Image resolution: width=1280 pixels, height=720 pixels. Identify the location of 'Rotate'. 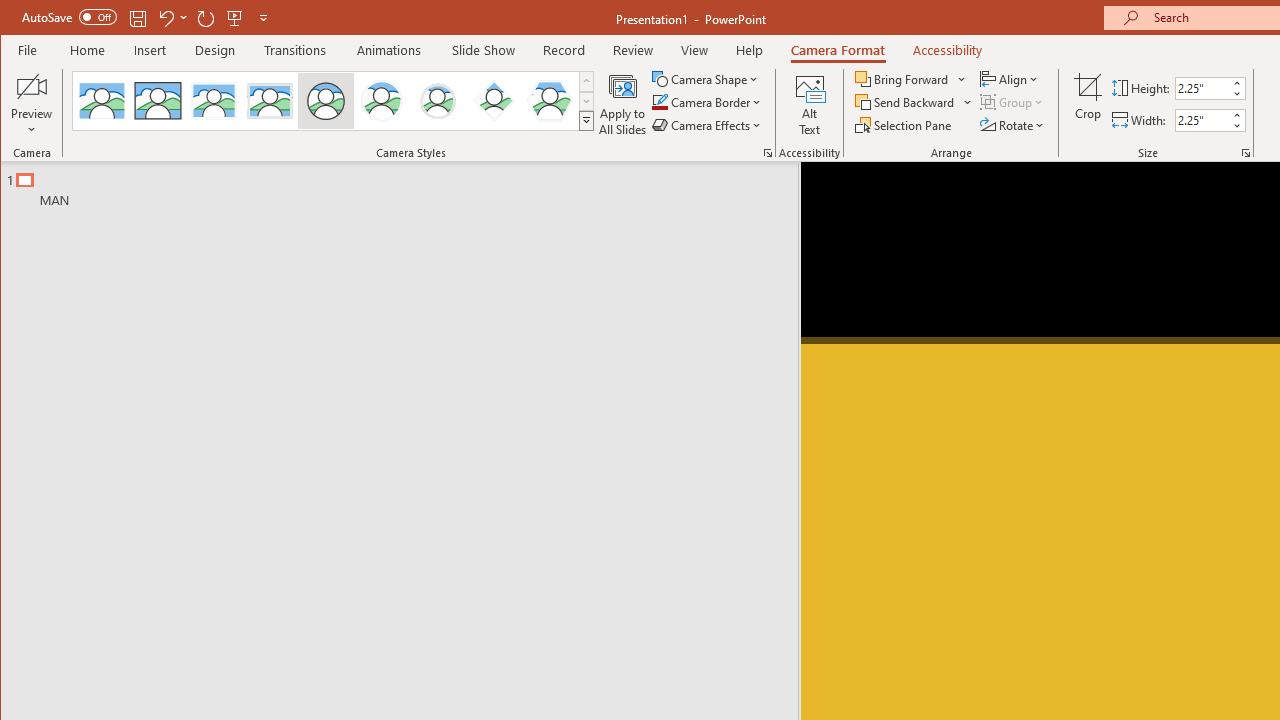
(1013, 125).